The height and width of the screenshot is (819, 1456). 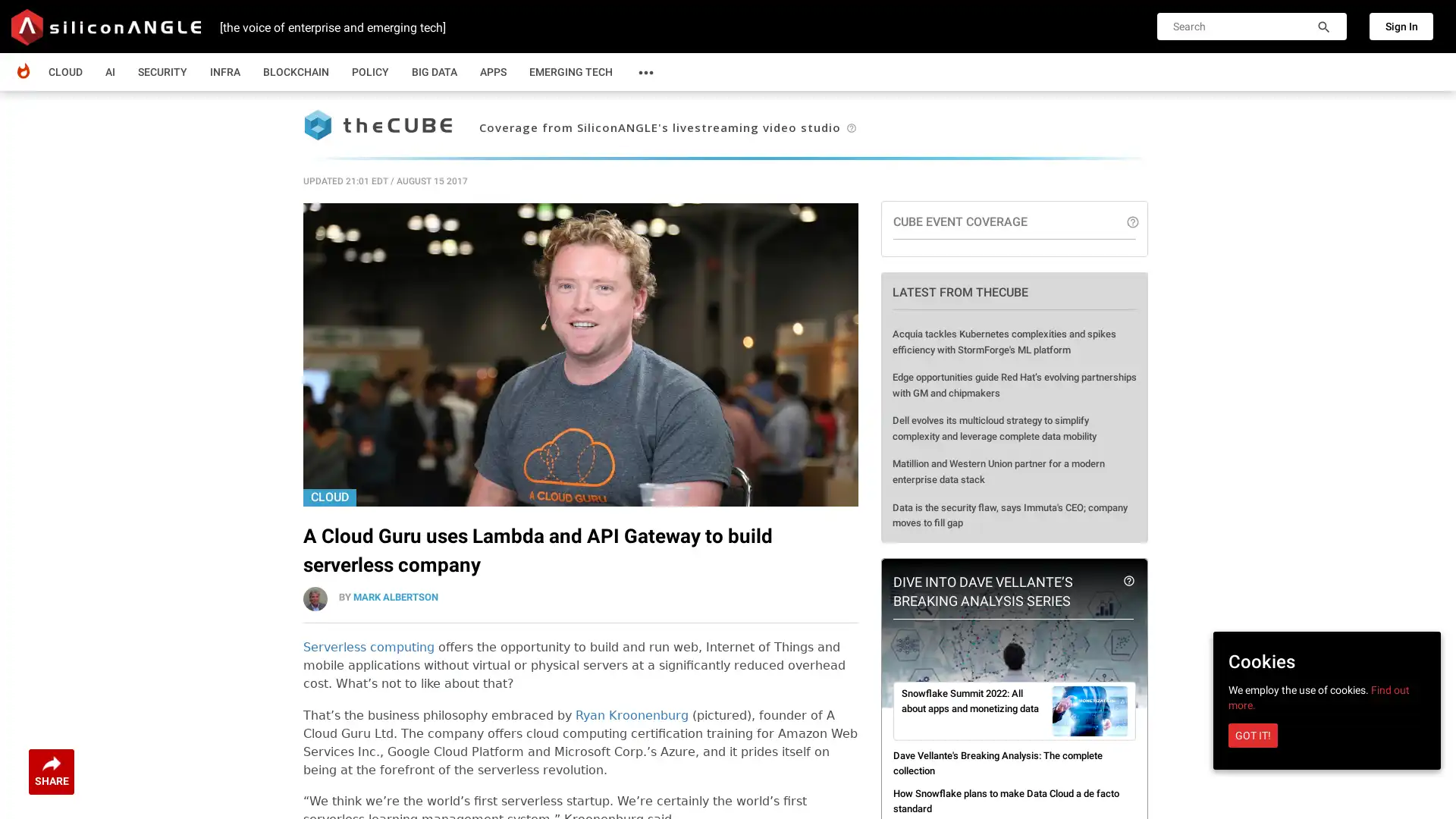 What do you see at coordinates (51, 771) in the screenshot?
I see `SHARE` at bounding box center [51, 771].